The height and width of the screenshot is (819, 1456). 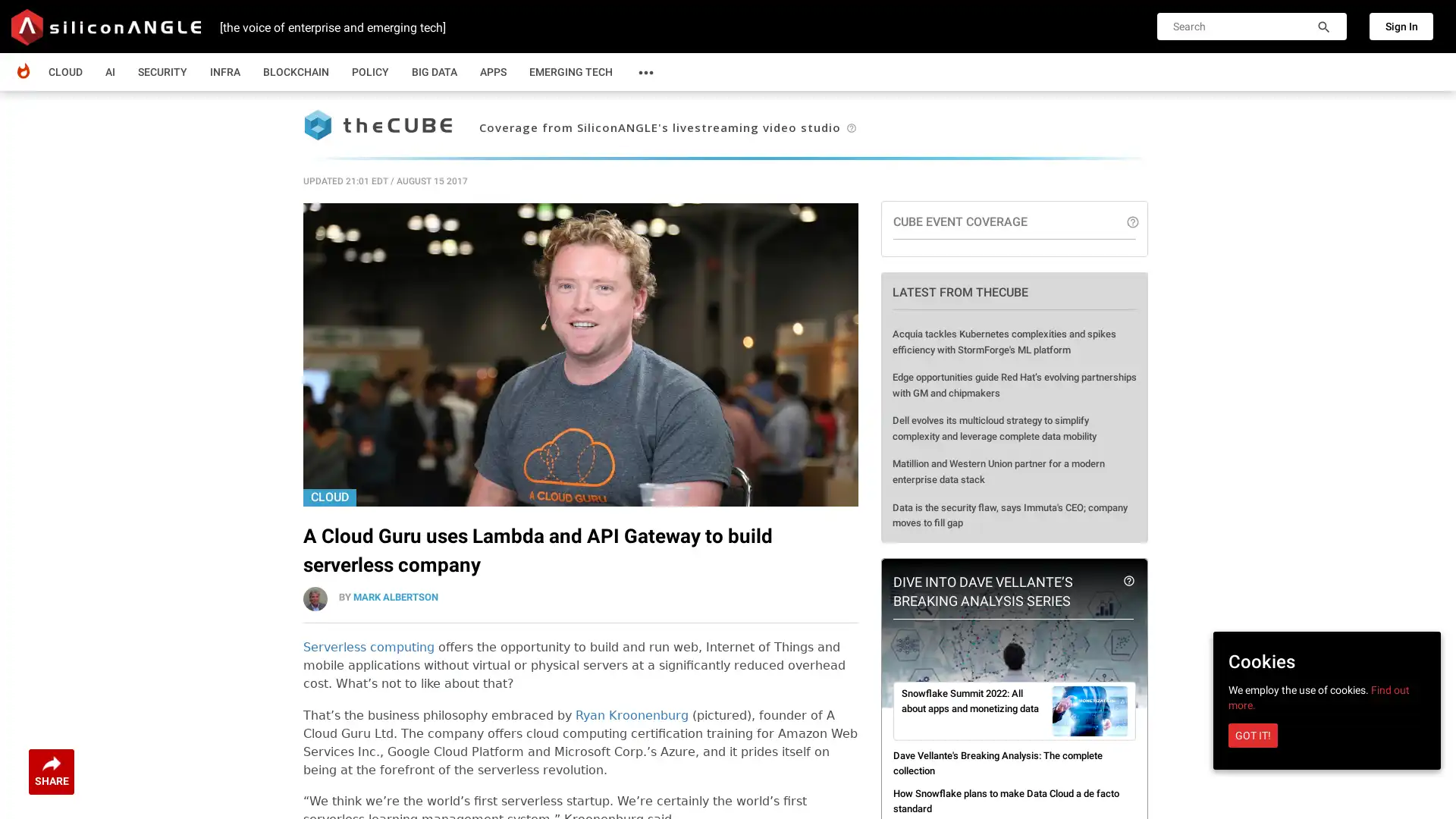 What do you see at coordinates (51, 771) in the screenshot?
I see `SHARE` at bounding box center [51, 771].